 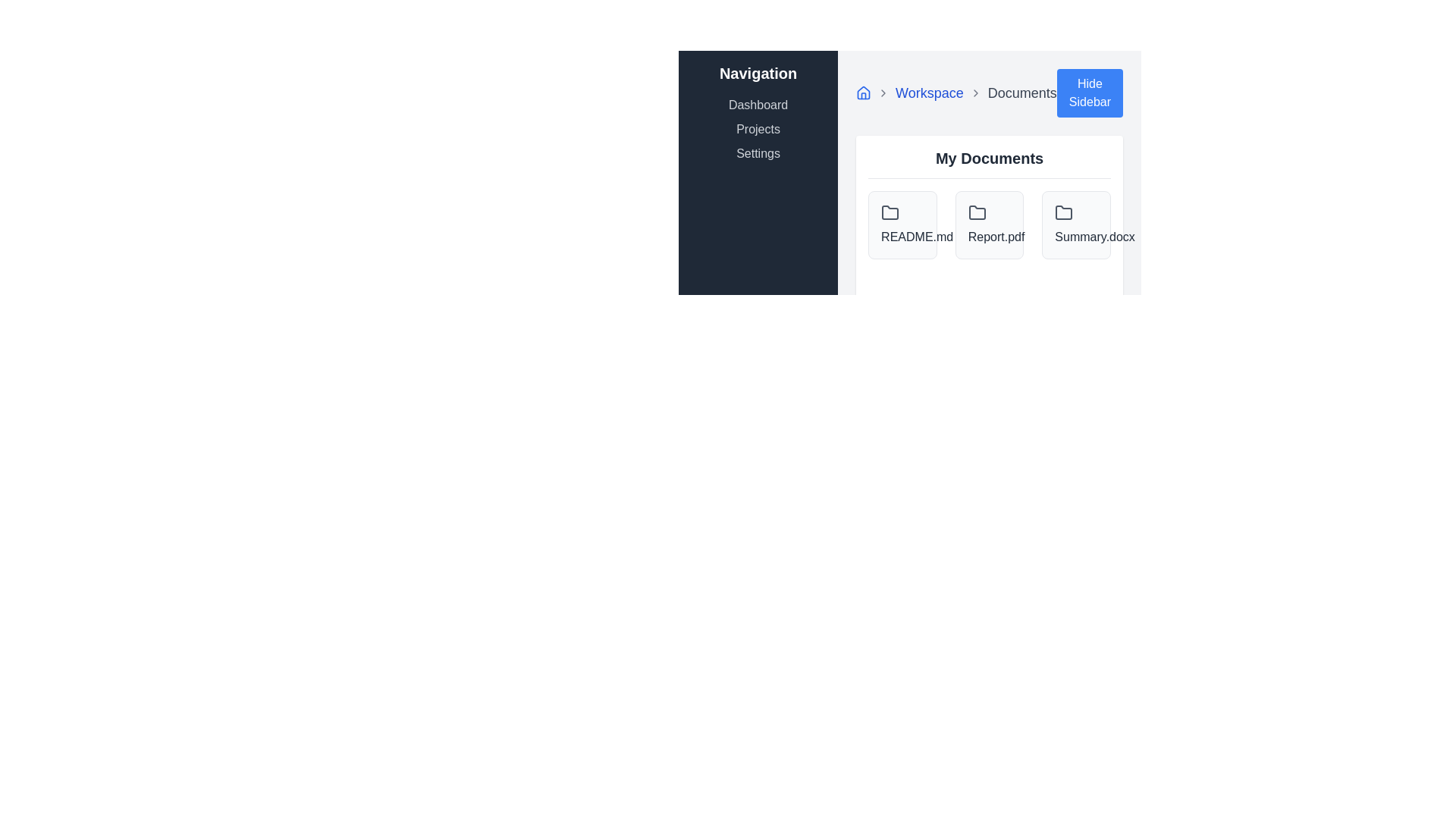 I want to click on the Text Label that serves as a header for the documents section, providing contextual information about the content below it, so click(x=990, y=158).